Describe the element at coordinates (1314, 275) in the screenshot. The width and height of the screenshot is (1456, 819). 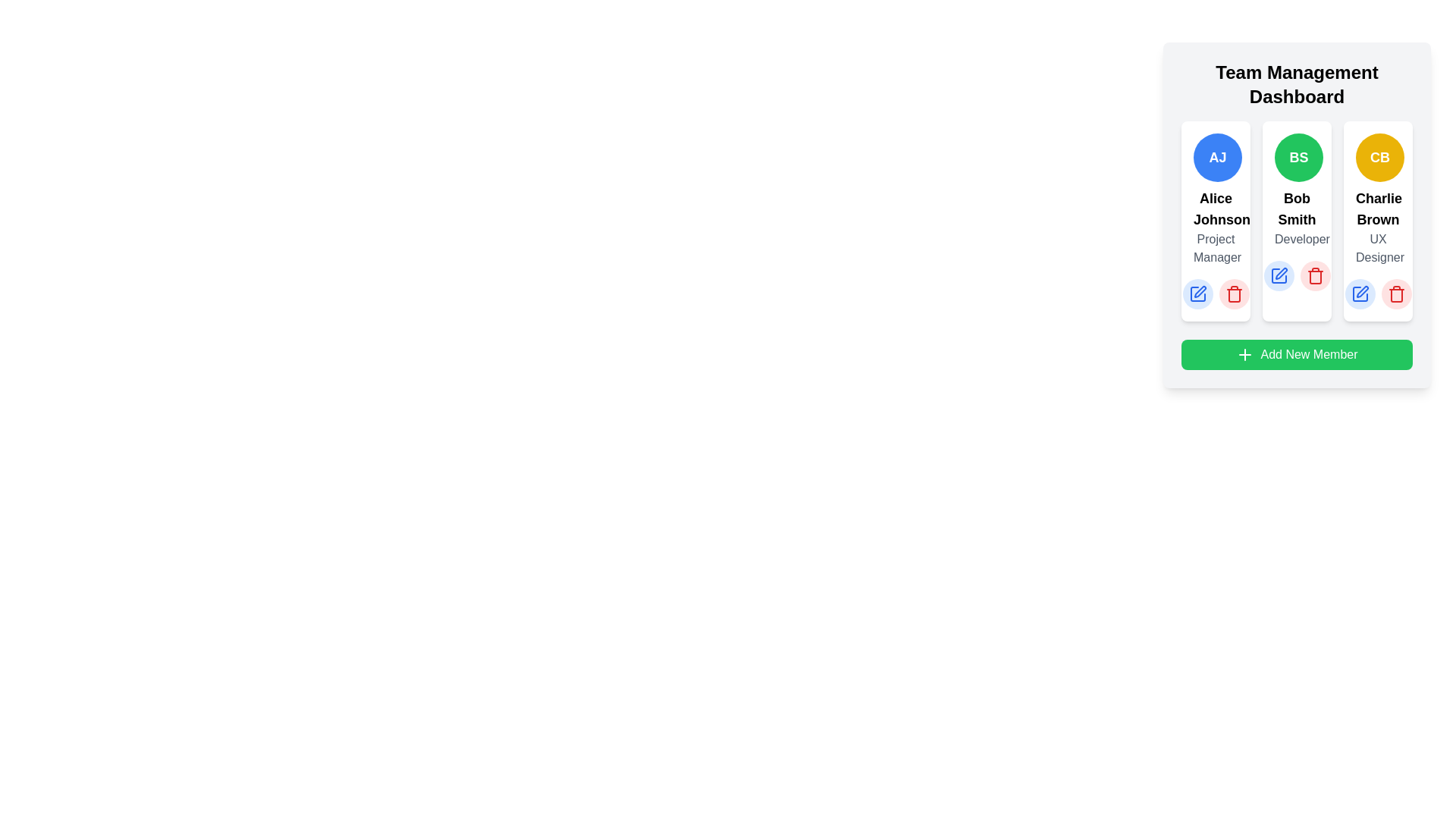
I see `the red circular delete button with a trash can icon located beneath the profile information of 'Bob Smith, Developer' in the 'Team Management Dashboard' section` at that location.